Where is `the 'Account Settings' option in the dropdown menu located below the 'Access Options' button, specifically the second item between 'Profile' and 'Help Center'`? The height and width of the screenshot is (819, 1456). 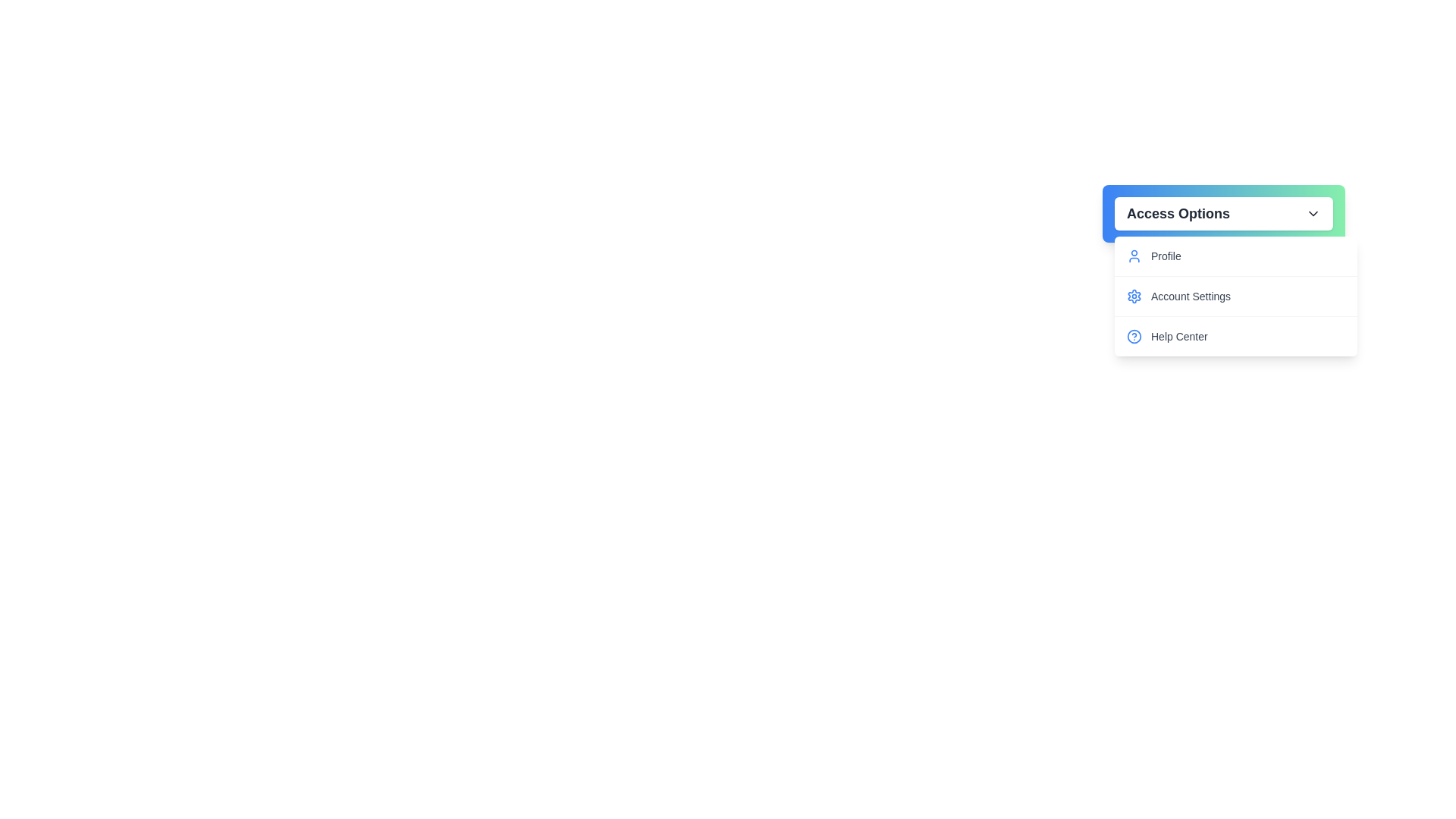 the 'Account Settings' option in the dropdown menu located below the 'Access Options' button, specifically the second item between 'Profile' and 'Help Center' is located at coordinates (1236, 296).